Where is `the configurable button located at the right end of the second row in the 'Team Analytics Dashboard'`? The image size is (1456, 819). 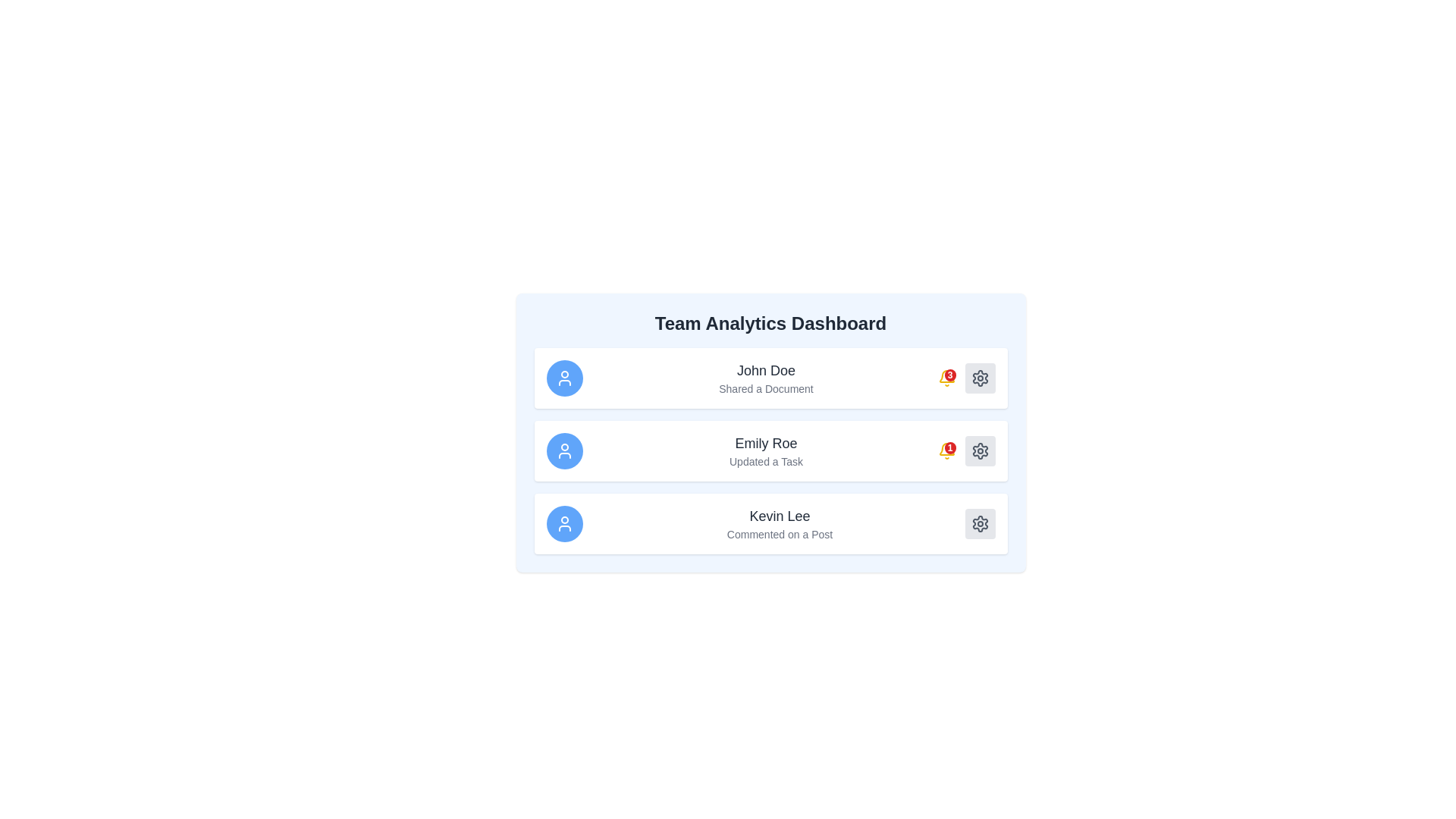
the configurable button located at the right end of the second row in the 'Team Analytics Dashboard' is located at coordinates (980, 450).